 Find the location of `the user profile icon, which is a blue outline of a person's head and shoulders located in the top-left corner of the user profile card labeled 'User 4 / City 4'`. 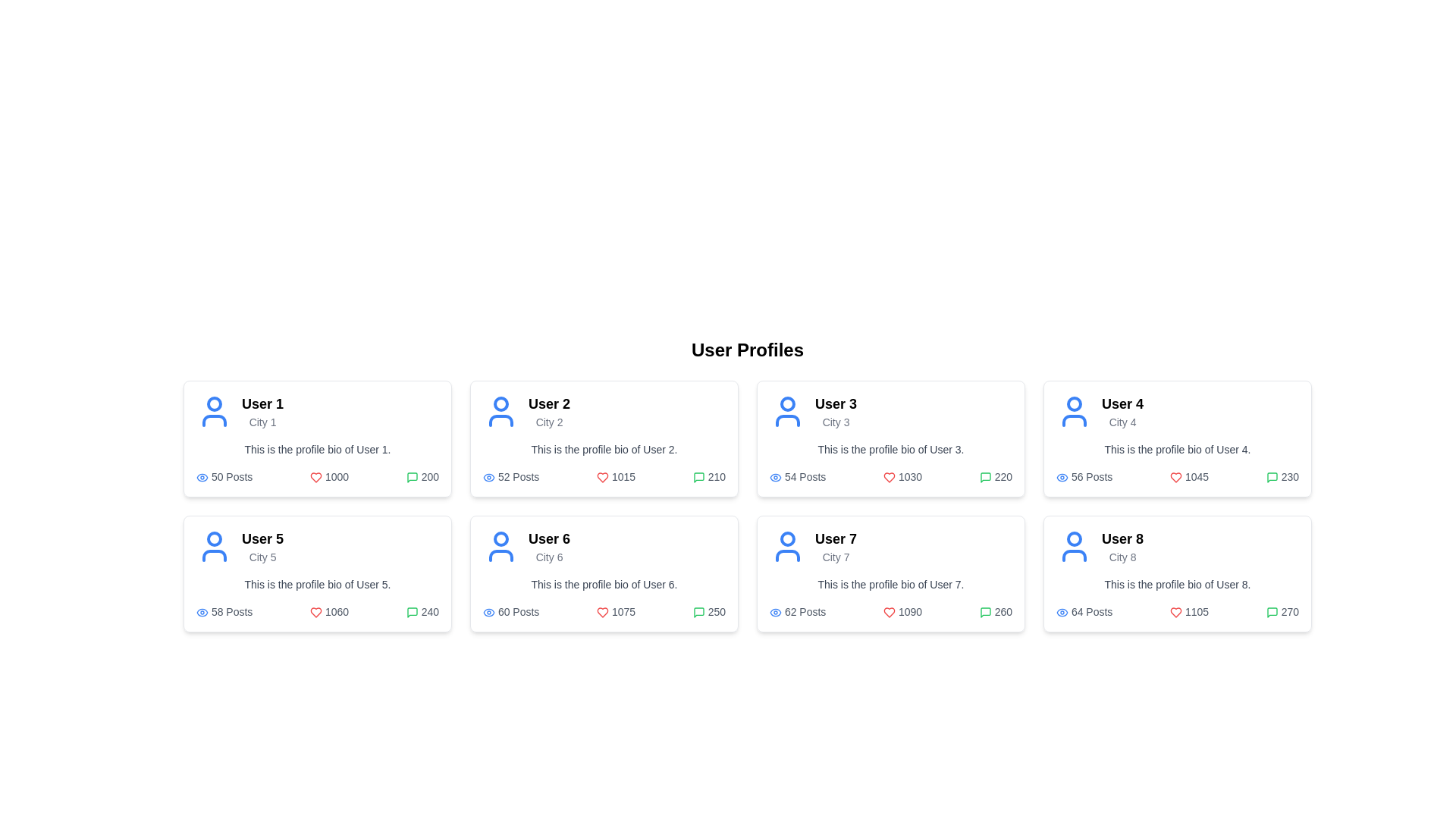

the user profile icon, which is a blue outline of a person's head and shoulders located in the top-left corner of the user profile card labeled 'User 4 / City 4' is located at coordinates (1073, 412).